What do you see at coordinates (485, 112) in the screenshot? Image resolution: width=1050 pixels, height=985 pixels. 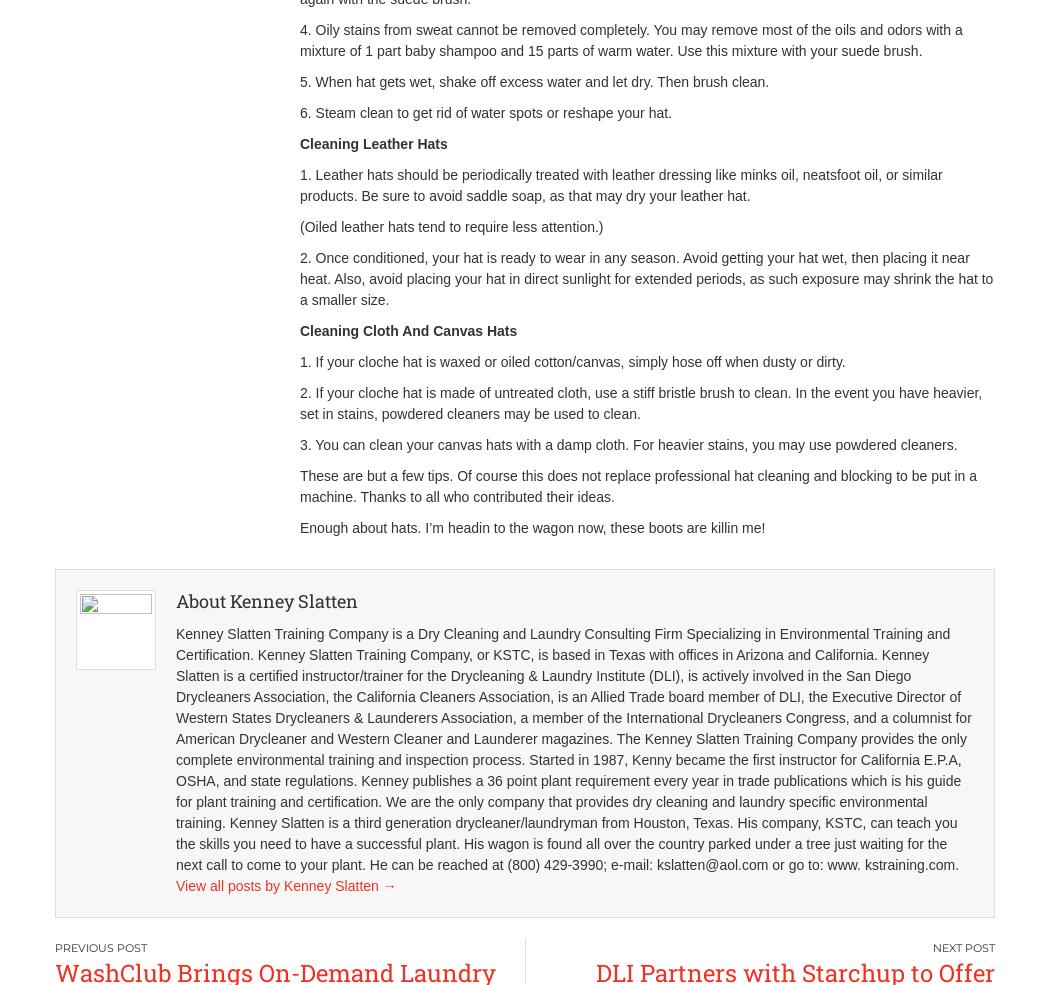 I see `'6. Steam clean to get rid of water spots or reshape your hat.'` at bounding box center [485, 112].